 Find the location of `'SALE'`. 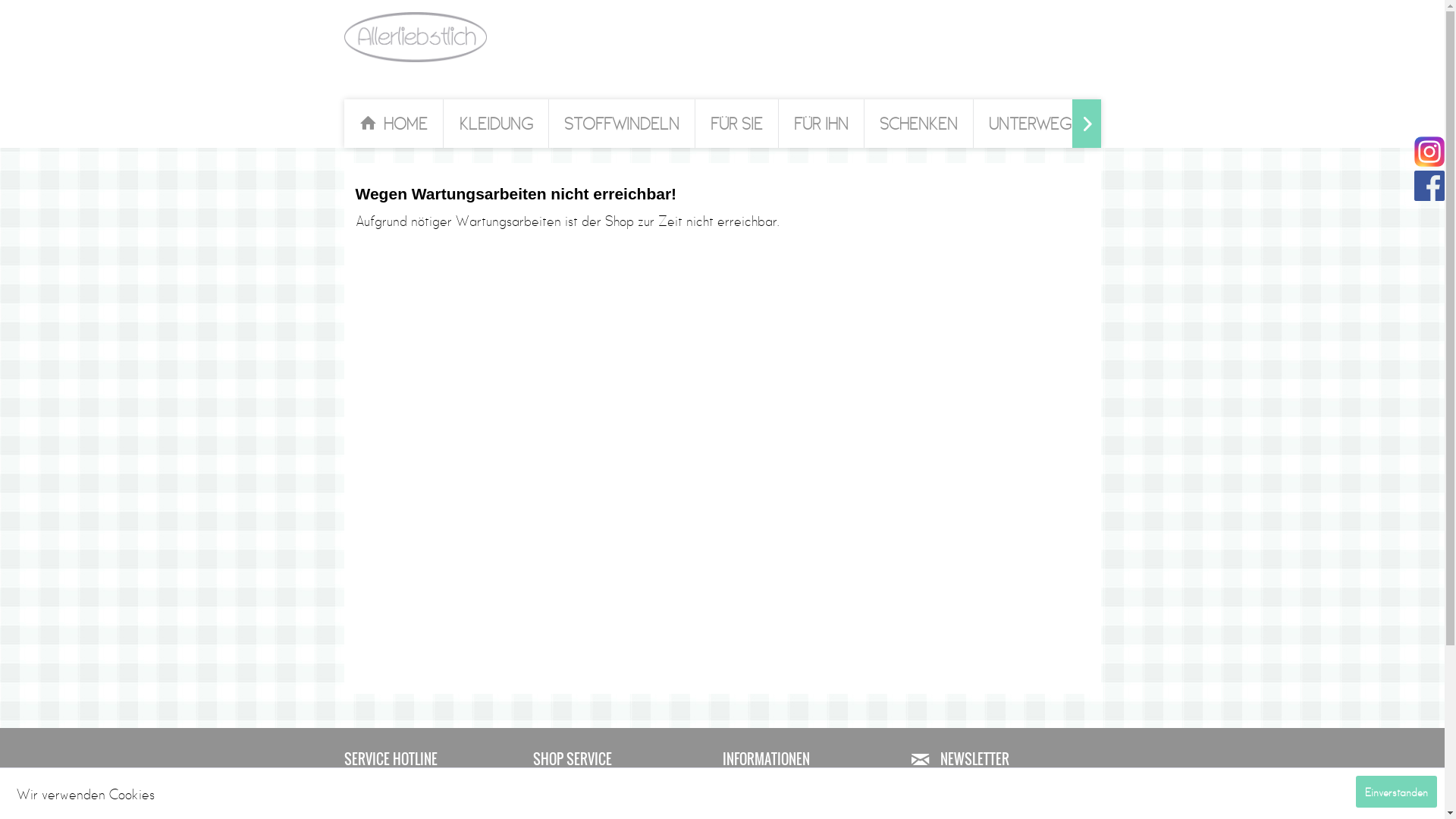

'SALE' is located at coordinates (1130, 122).